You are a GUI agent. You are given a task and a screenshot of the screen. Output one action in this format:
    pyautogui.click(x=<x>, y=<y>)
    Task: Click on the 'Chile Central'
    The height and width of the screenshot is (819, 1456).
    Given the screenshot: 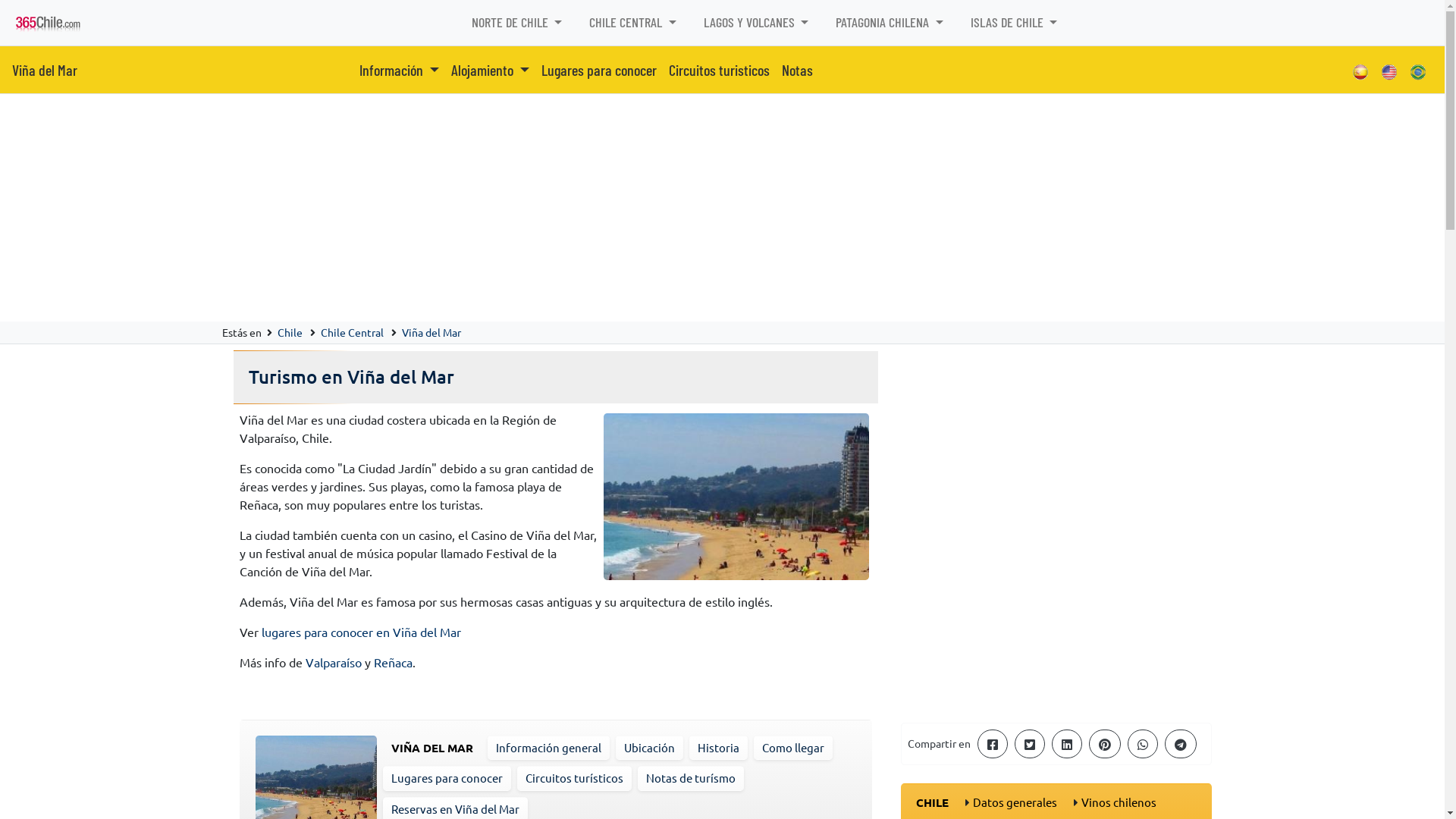 What is the action you would take?
    pyautogui.click(x=350, y=331)
    